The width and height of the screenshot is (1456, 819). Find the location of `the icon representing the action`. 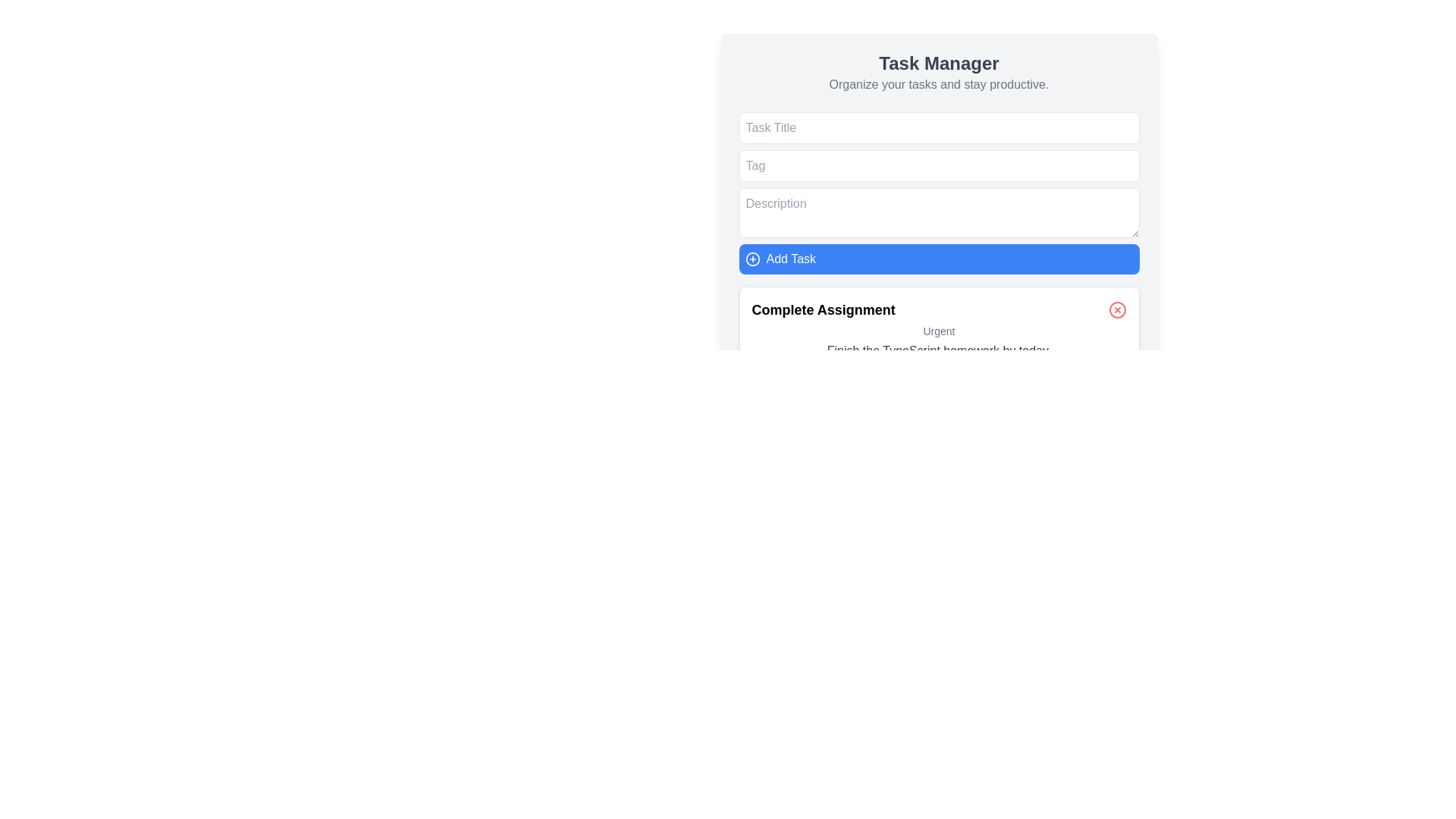

the icon representing the action is located at coordinates (752, 259).